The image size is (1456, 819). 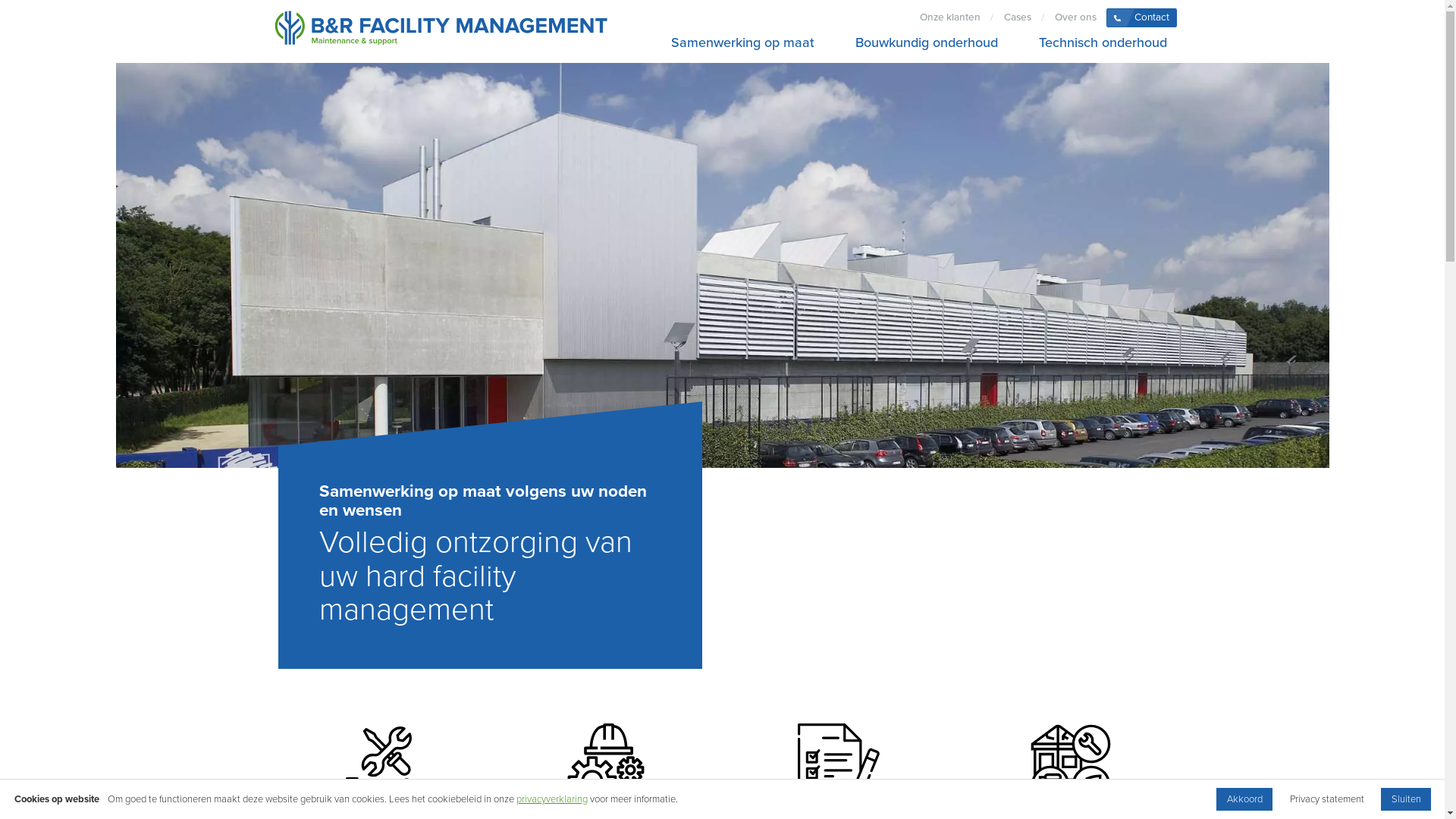 What do you see at coordinates (1141, 17) in the screenshot?
I see `'Contact'` at bounding box center [1141, 17].